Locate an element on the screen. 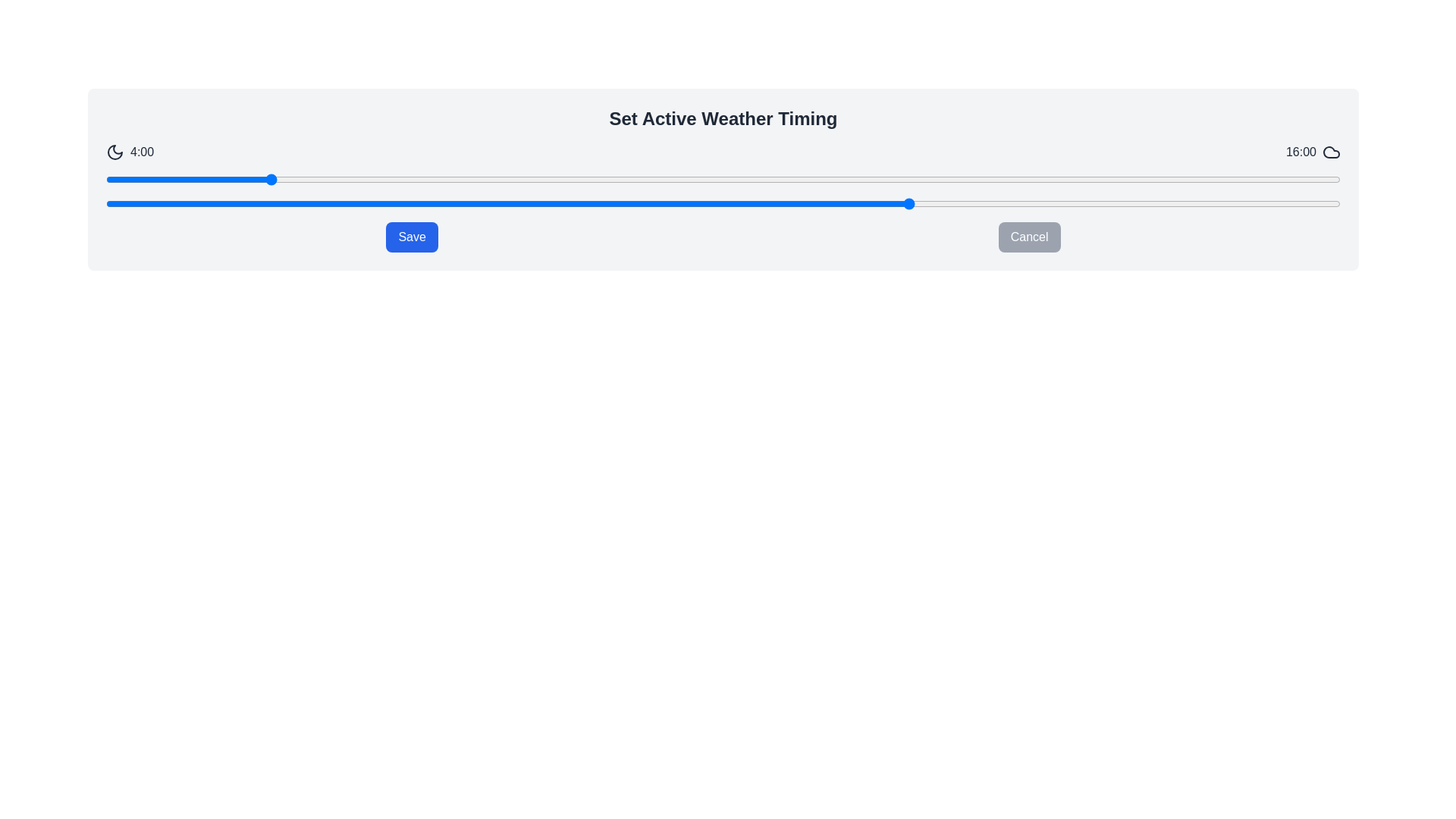 The height and width of the screenshot is (819, 1456). the slider is located at coordinates (535, 203).